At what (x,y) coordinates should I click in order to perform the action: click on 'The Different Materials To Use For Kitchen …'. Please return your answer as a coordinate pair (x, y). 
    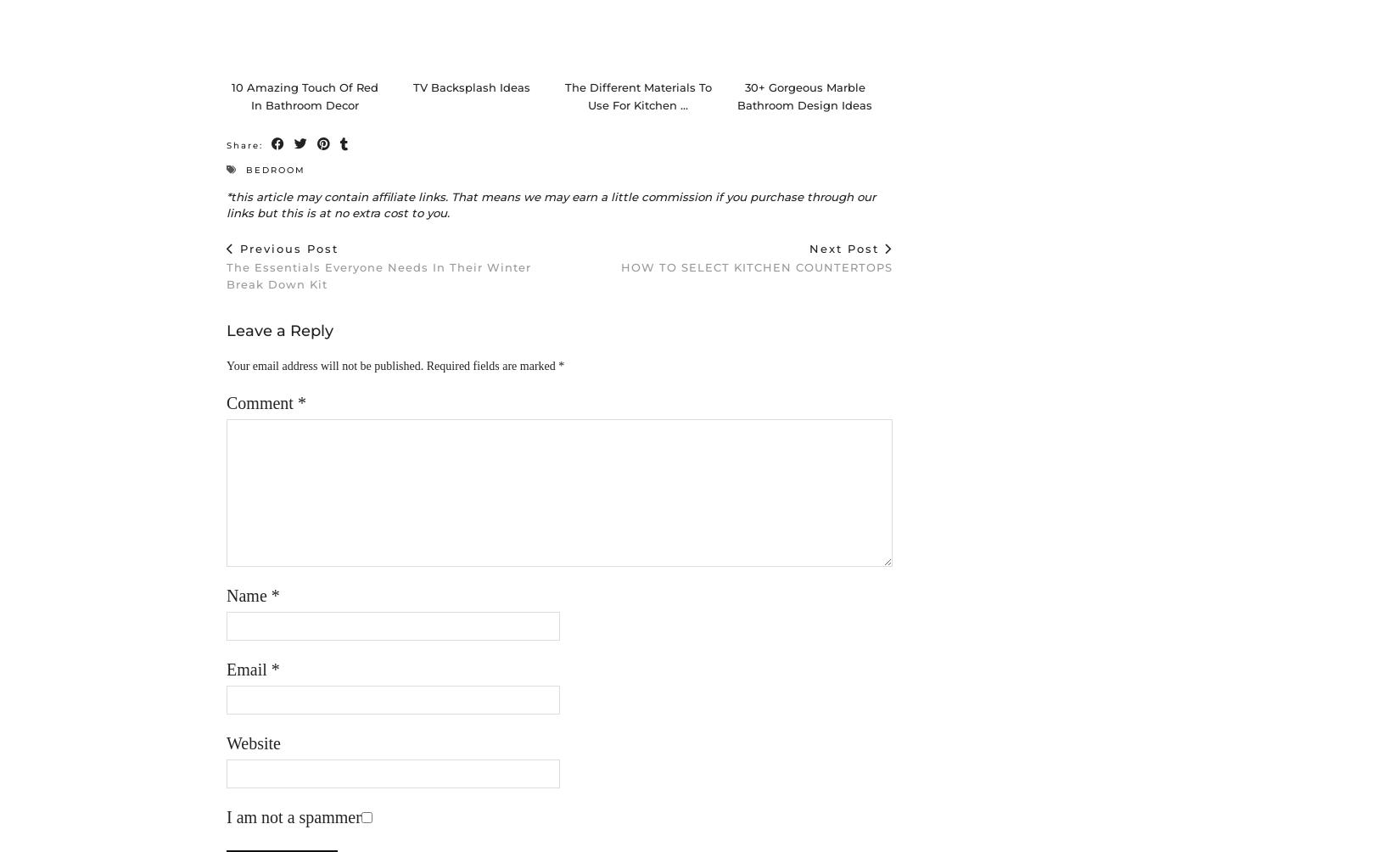
    Looking at the image, I should click on (636, 112).